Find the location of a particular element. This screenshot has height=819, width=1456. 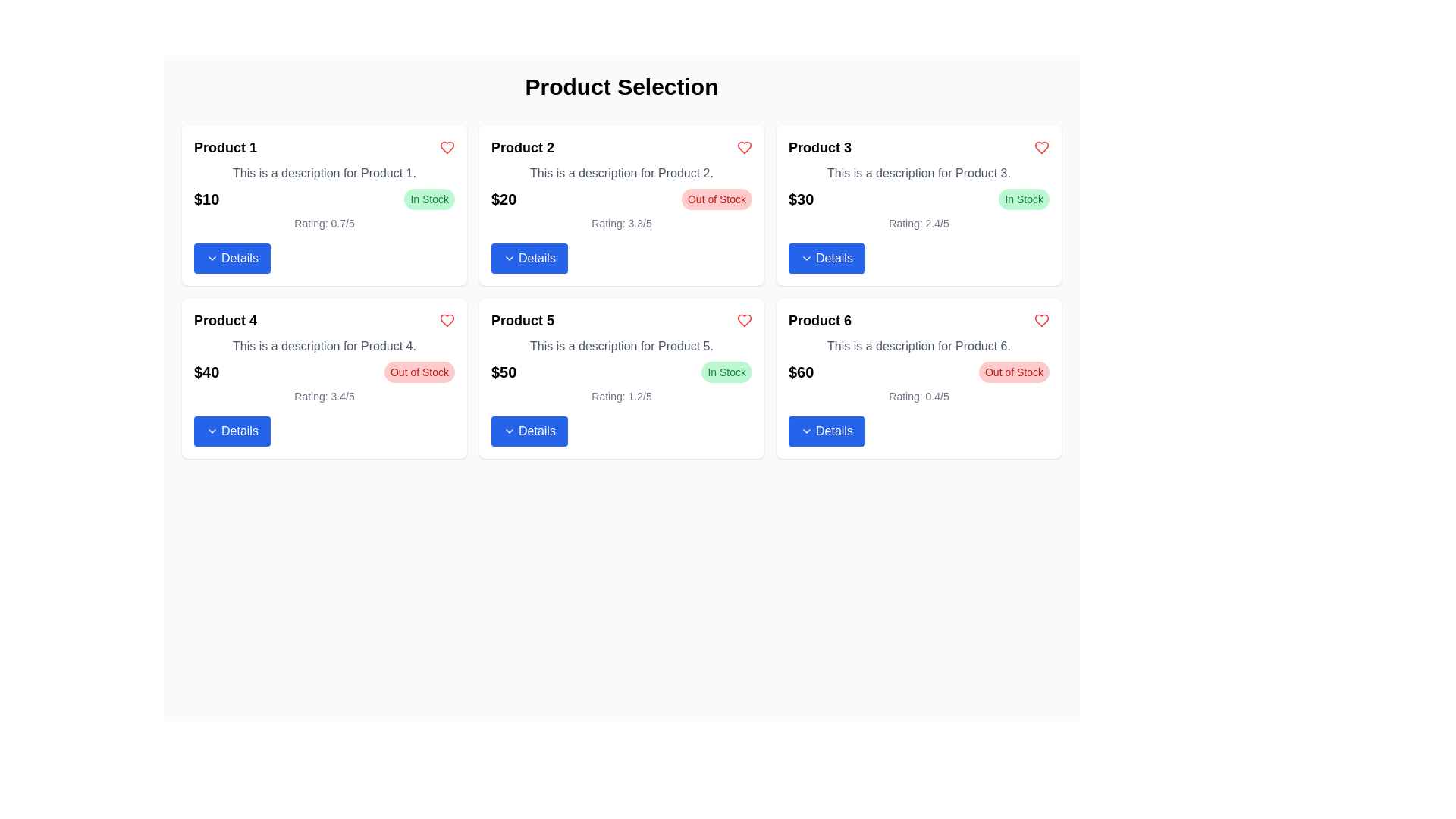

the blue rectangular button with rounded corners labeled 'Details' located at the bottom of the card for 'Product 3' is located at coordinates (826, 257).